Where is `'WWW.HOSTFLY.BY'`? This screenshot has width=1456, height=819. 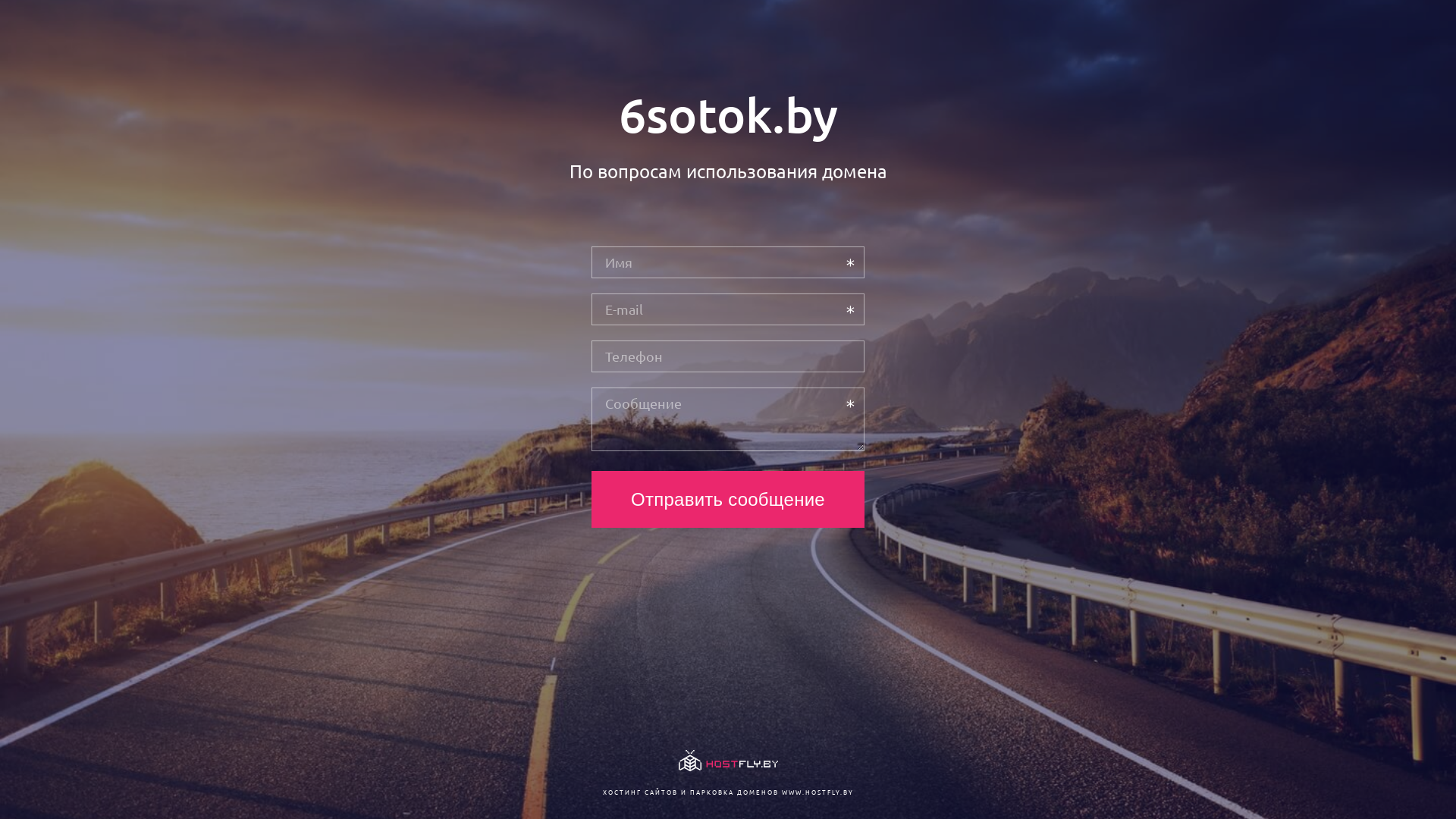
'WWW.HOSTFLY.BY' is located at coordinates (816, 791).